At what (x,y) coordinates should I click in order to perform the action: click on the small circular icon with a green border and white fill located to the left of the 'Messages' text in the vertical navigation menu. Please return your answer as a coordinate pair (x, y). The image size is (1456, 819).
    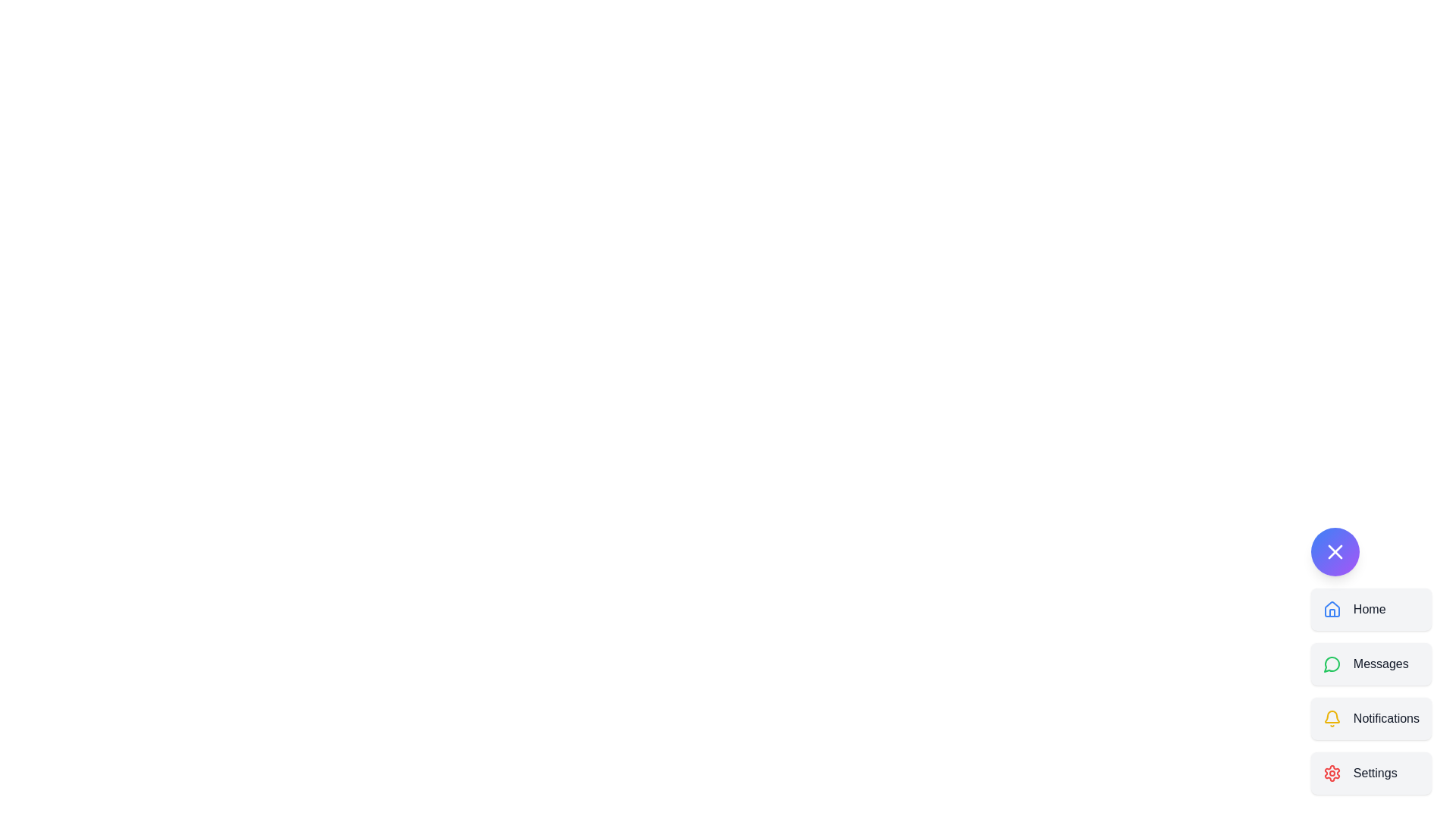
    Looking at the image, I should click on (1331, 663).